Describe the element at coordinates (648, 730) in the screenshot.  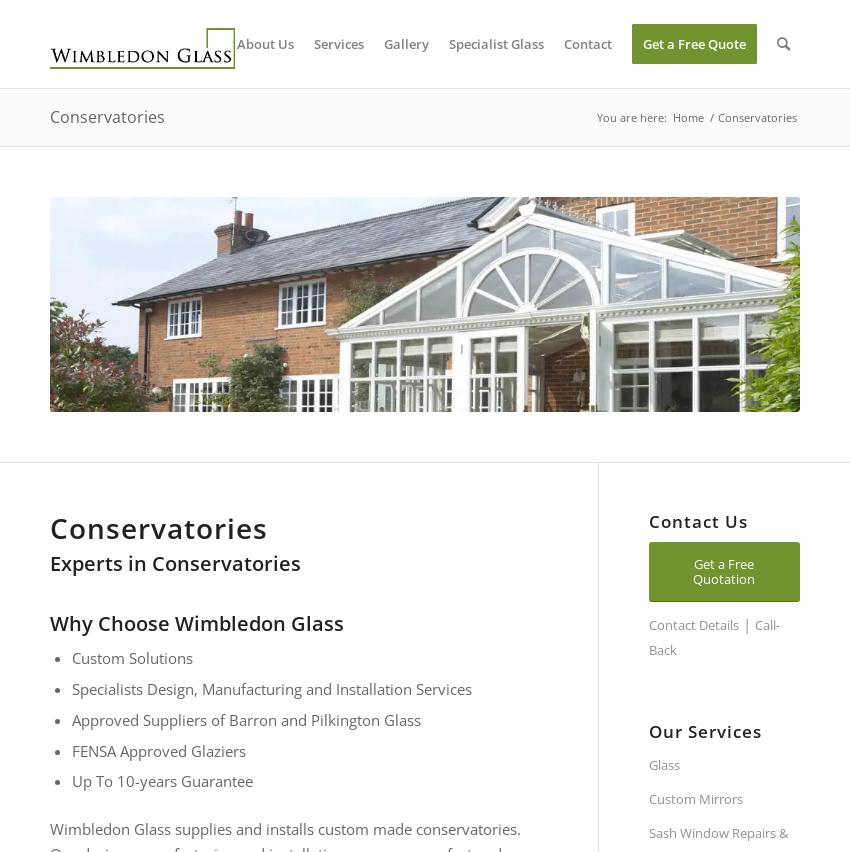
I see `'Our Services'` at that location.